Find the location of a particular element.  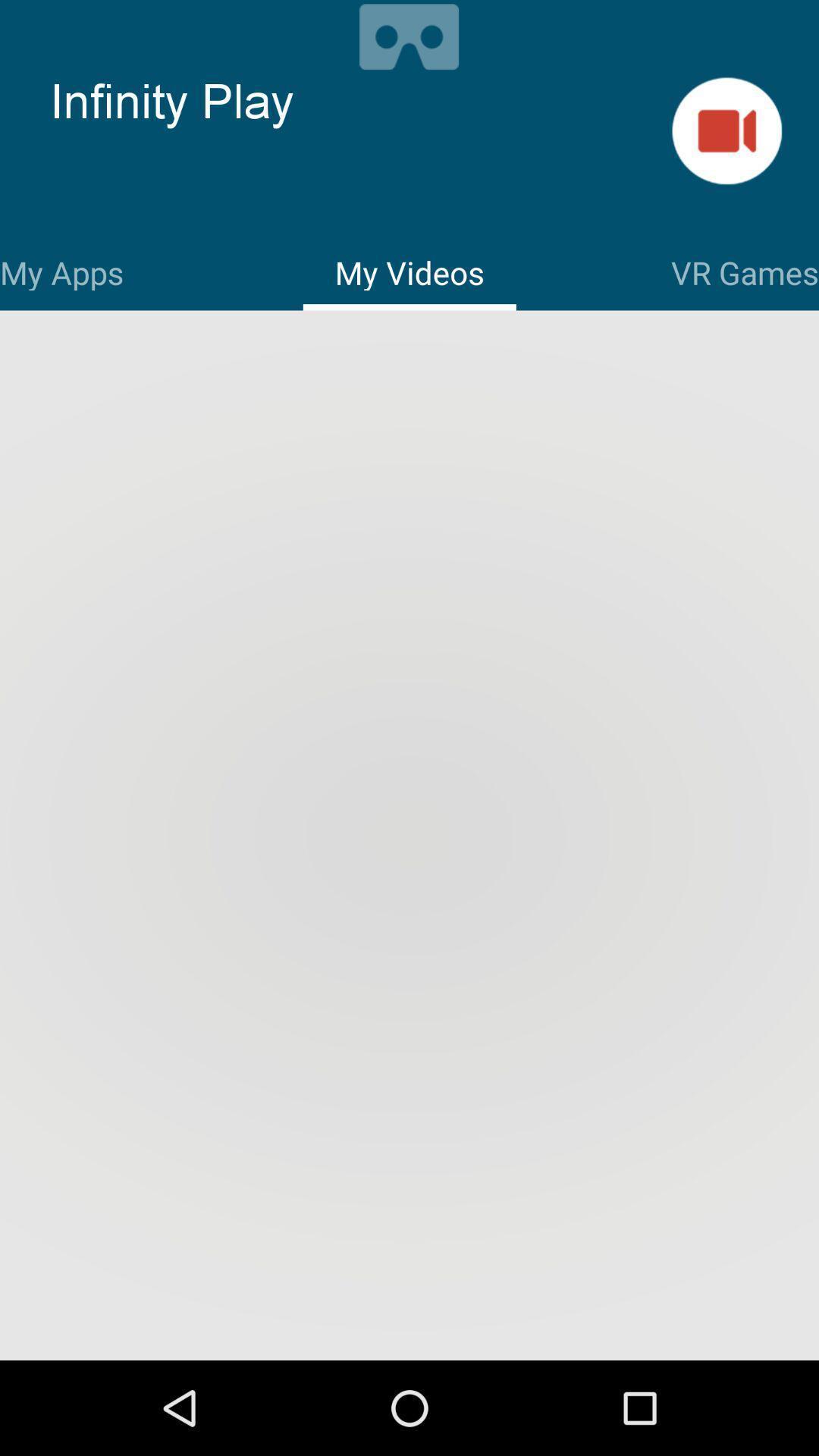

item to the right of my videos app is located at coordinates (744, 270).